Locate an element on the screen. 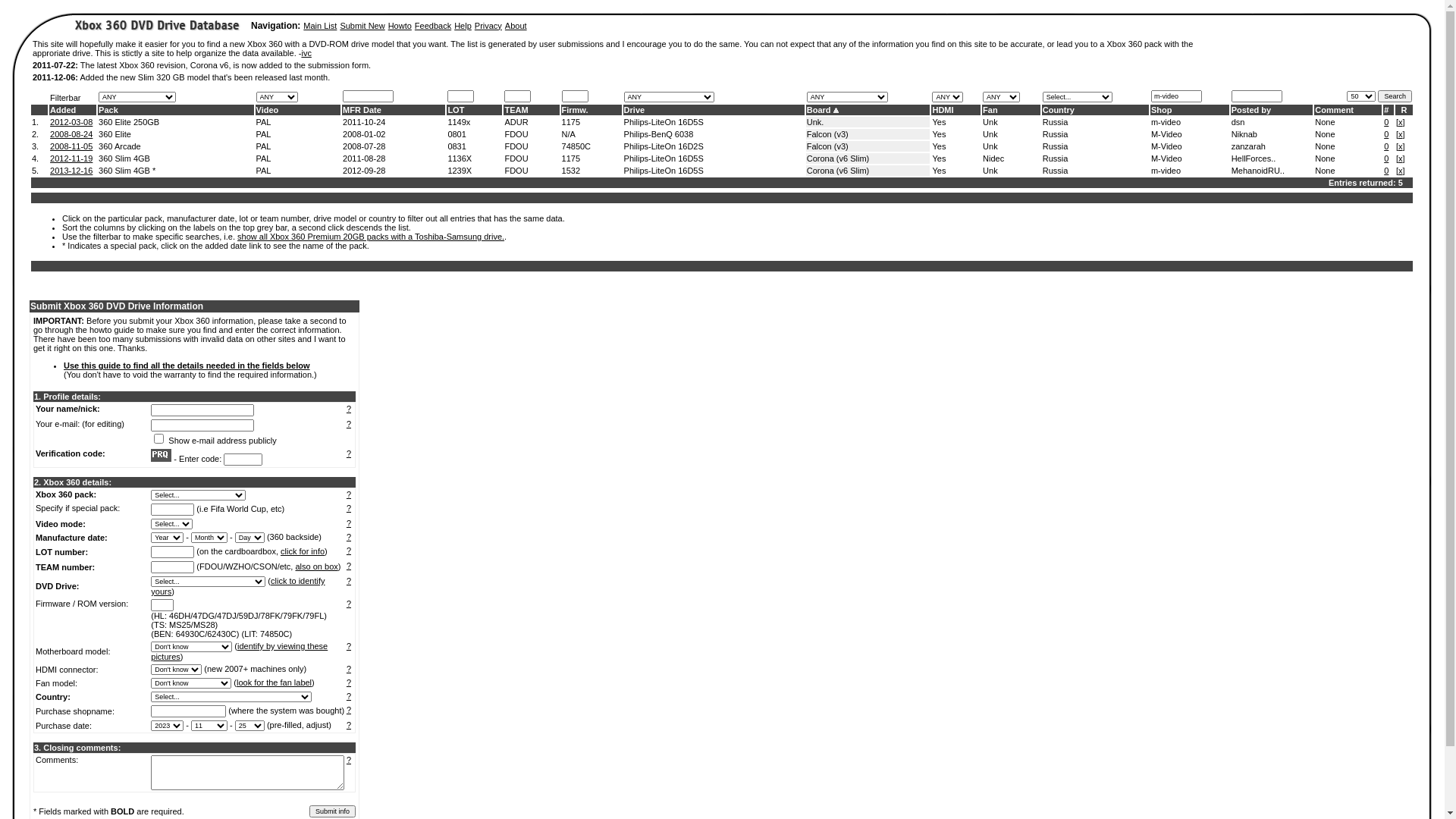  '0831' is located at coordinates (455, 146).